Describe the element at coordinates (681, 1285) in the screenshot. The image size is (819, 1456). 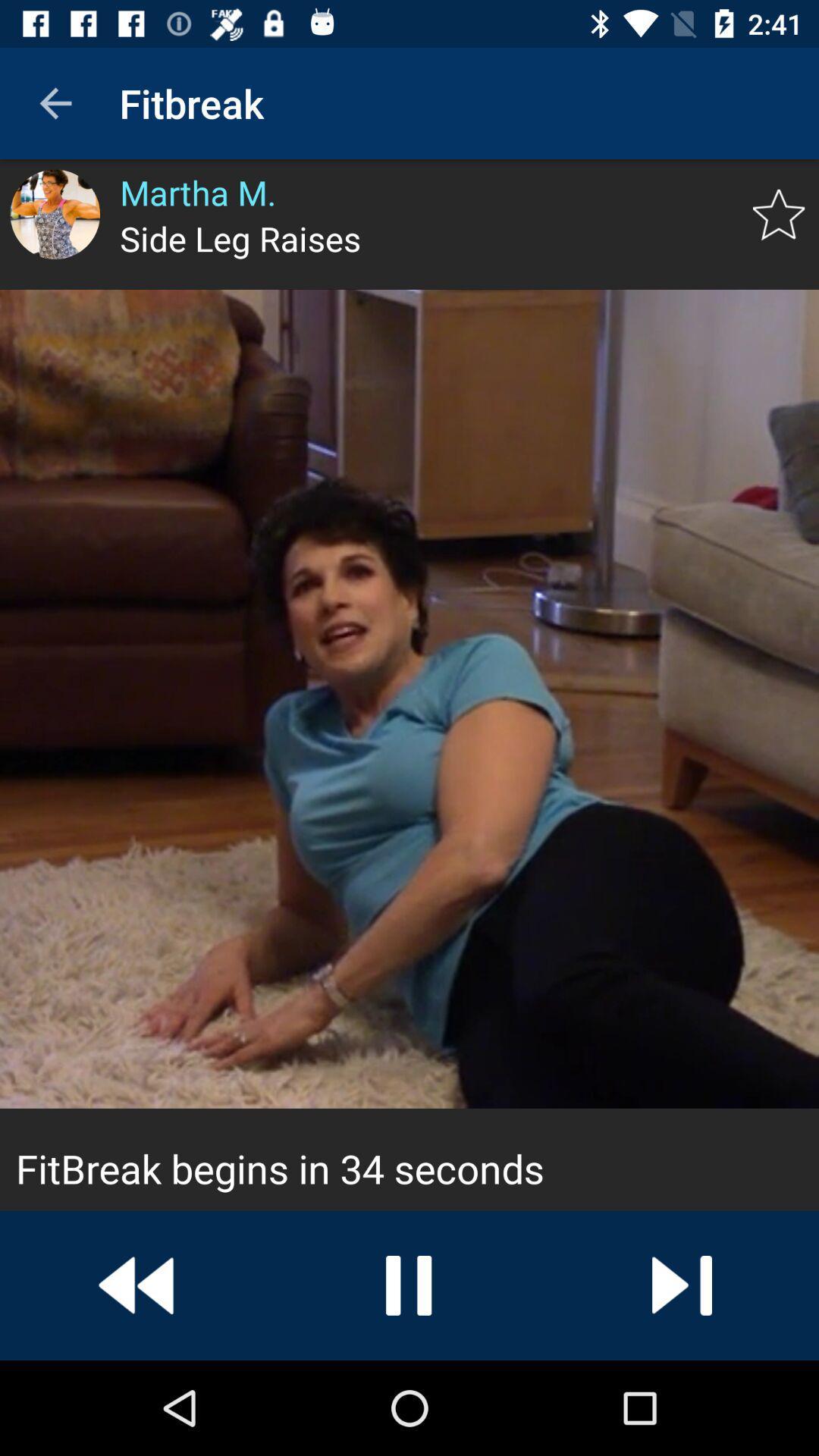
I see `next button` at that location.